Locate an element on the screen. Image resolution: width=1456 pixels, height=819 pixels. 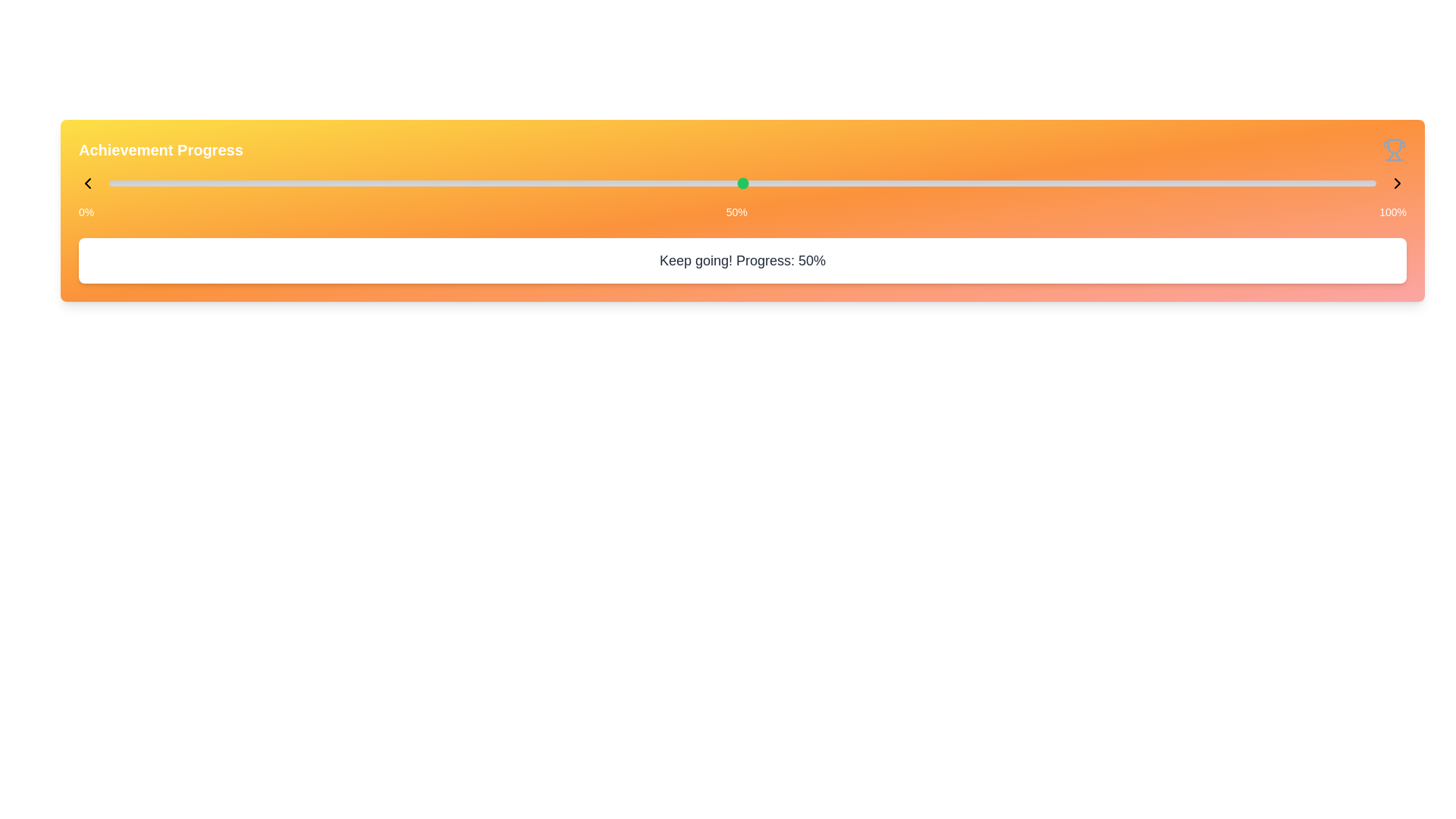
the slider that allows users to set or display a percentage value, currently showing 50% is located at coordinates (742, 183).